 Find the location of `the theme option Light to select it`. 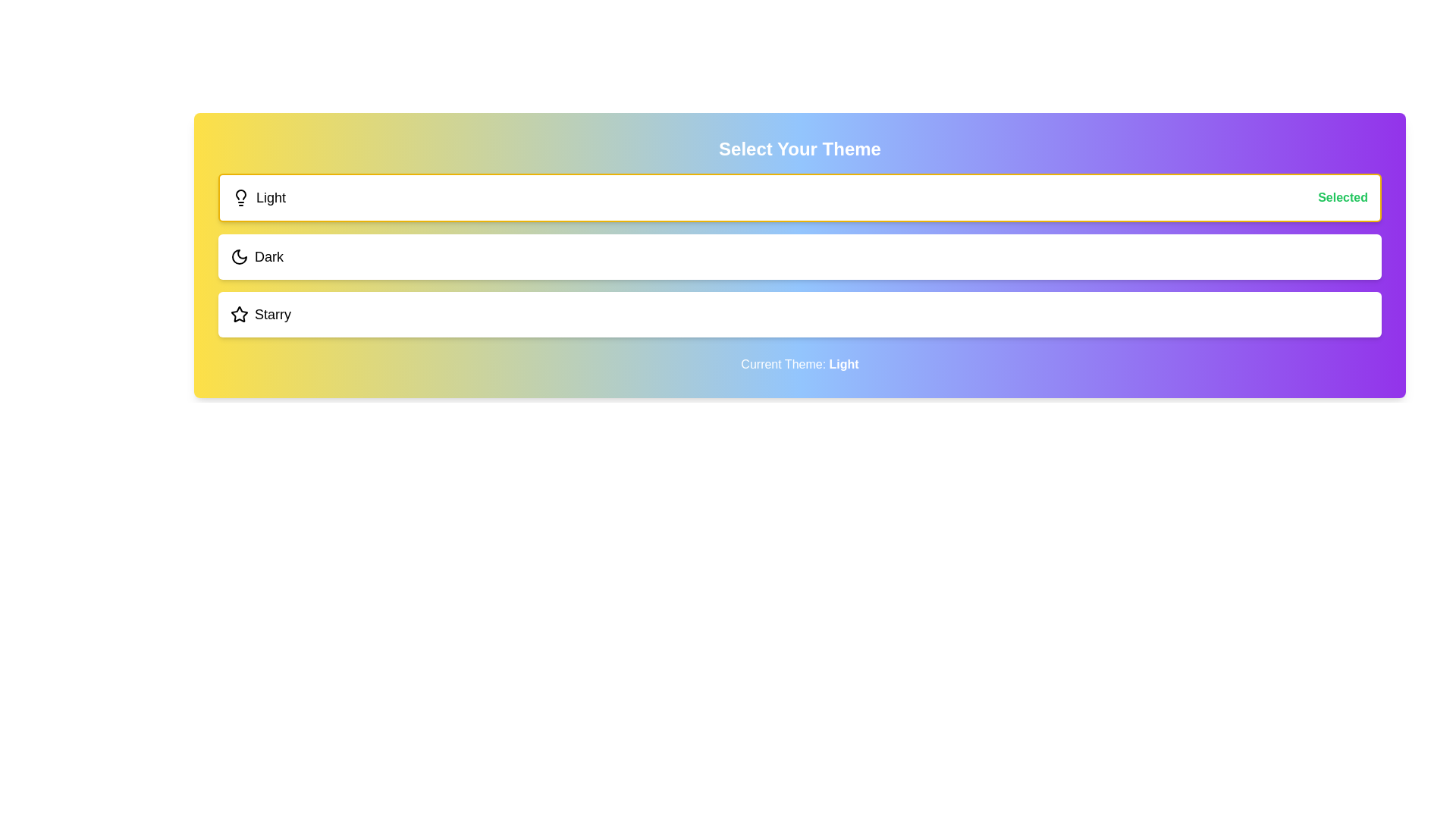

the theme option Light to select it is located at coordinates (258, 197).